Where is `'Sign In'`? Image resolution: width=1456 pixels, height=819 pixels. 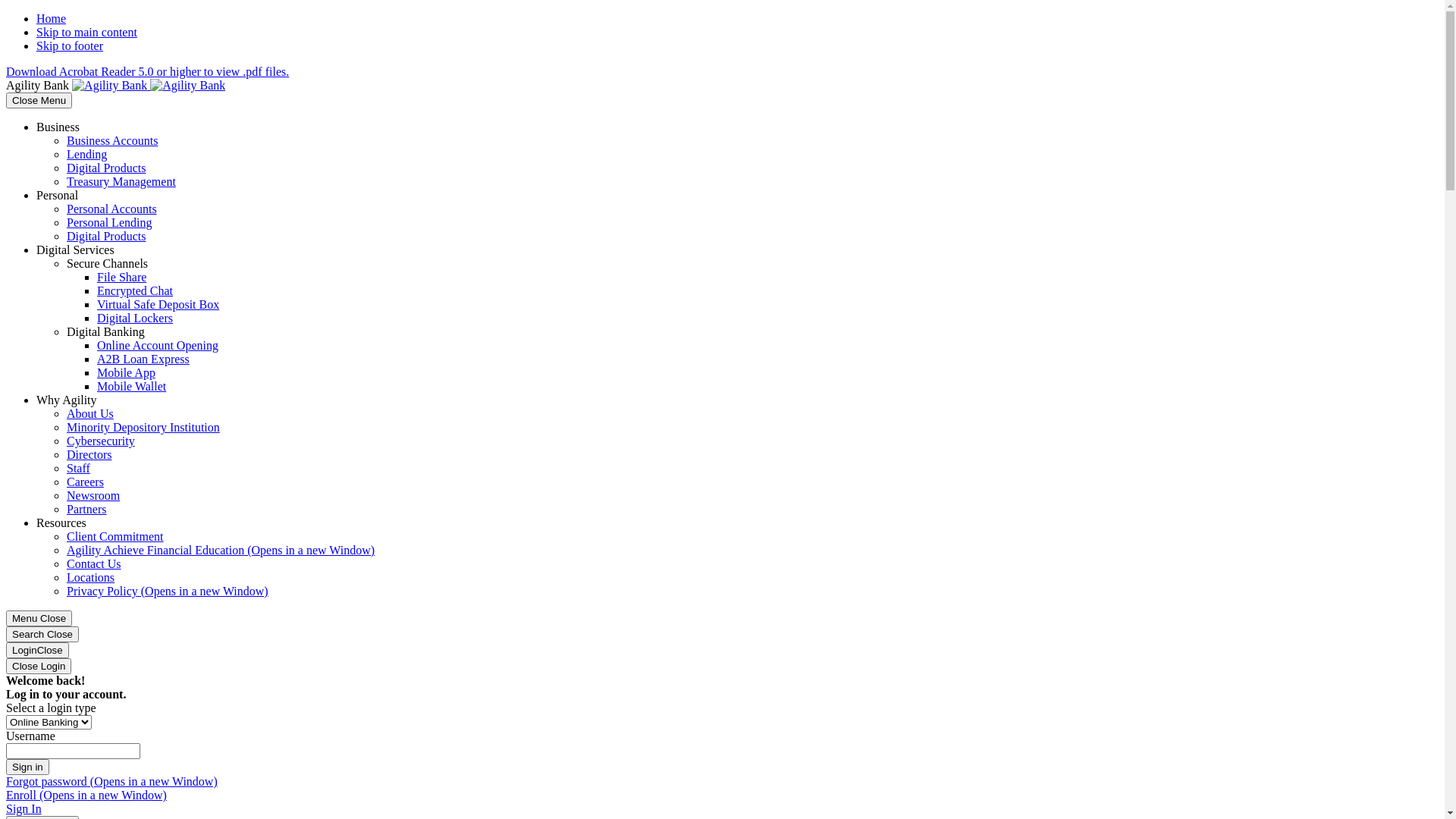 'Sign In' is located at coordinates (24, 808).